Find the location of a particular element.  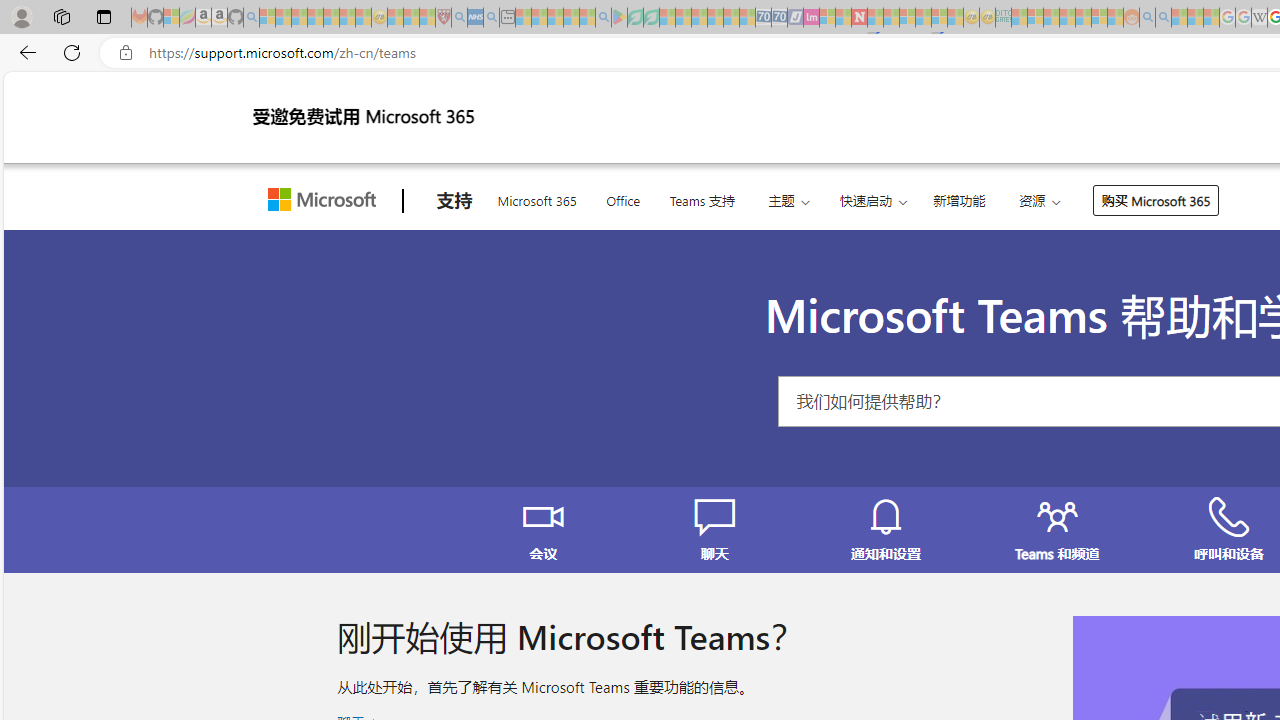

'MSNBC - MSN - Sleeping' is located at coordinates (1019, 17).